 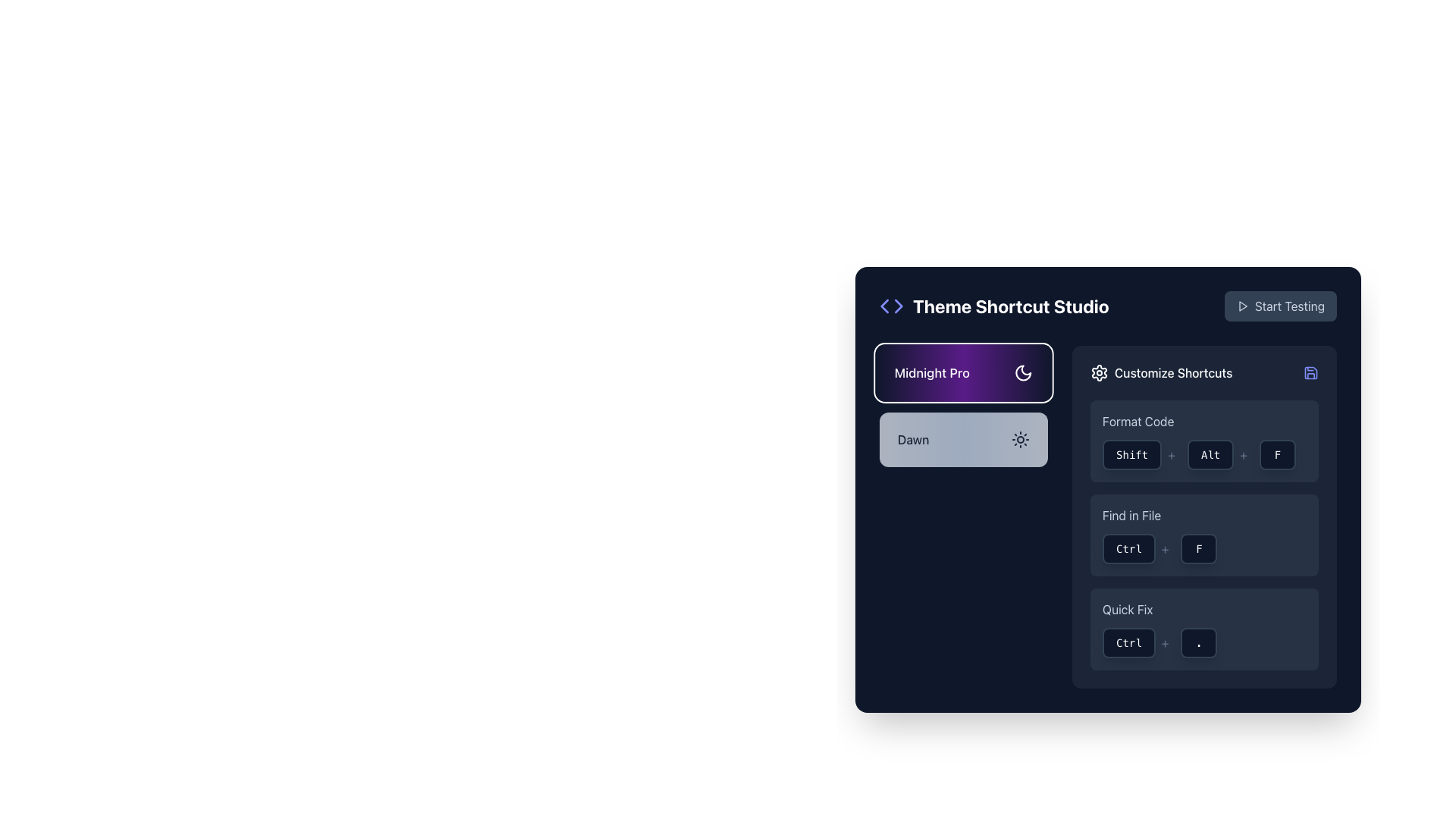 I want to click on the Text Display Button that displays the character 'F' in white font on a dark slate background, which is part of the keyboard shortcut display for 'Shift + Alt + F', so click(x=1276, y=454).